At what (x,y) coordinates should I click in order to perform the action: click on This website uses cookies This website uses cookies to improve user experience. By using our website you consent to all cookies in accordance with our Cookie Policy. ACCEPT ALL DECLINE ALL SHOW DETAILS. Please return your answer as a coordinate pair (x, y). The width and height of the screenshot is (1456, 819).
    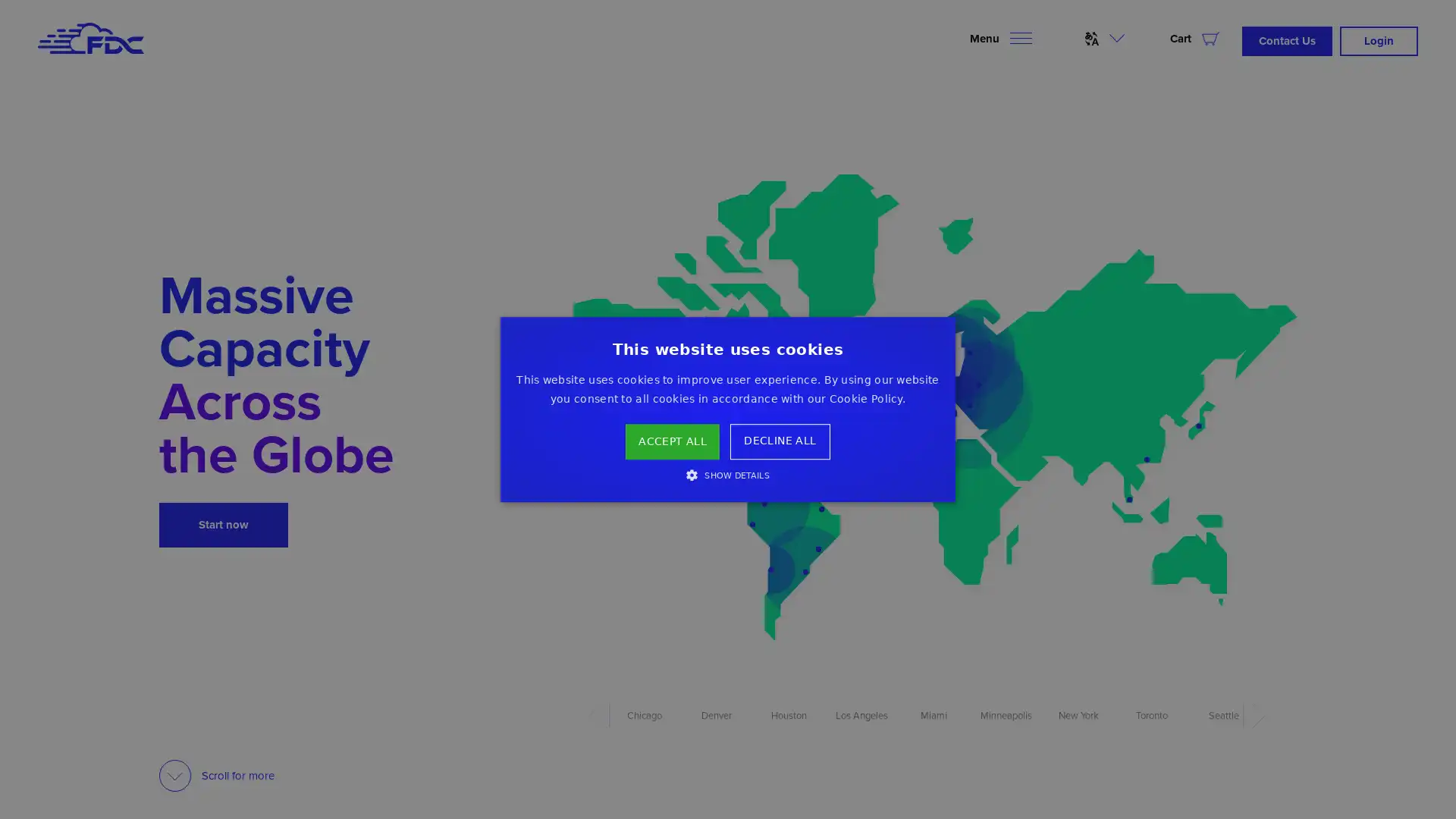
    Looking at the image, I should click on (728, 408).